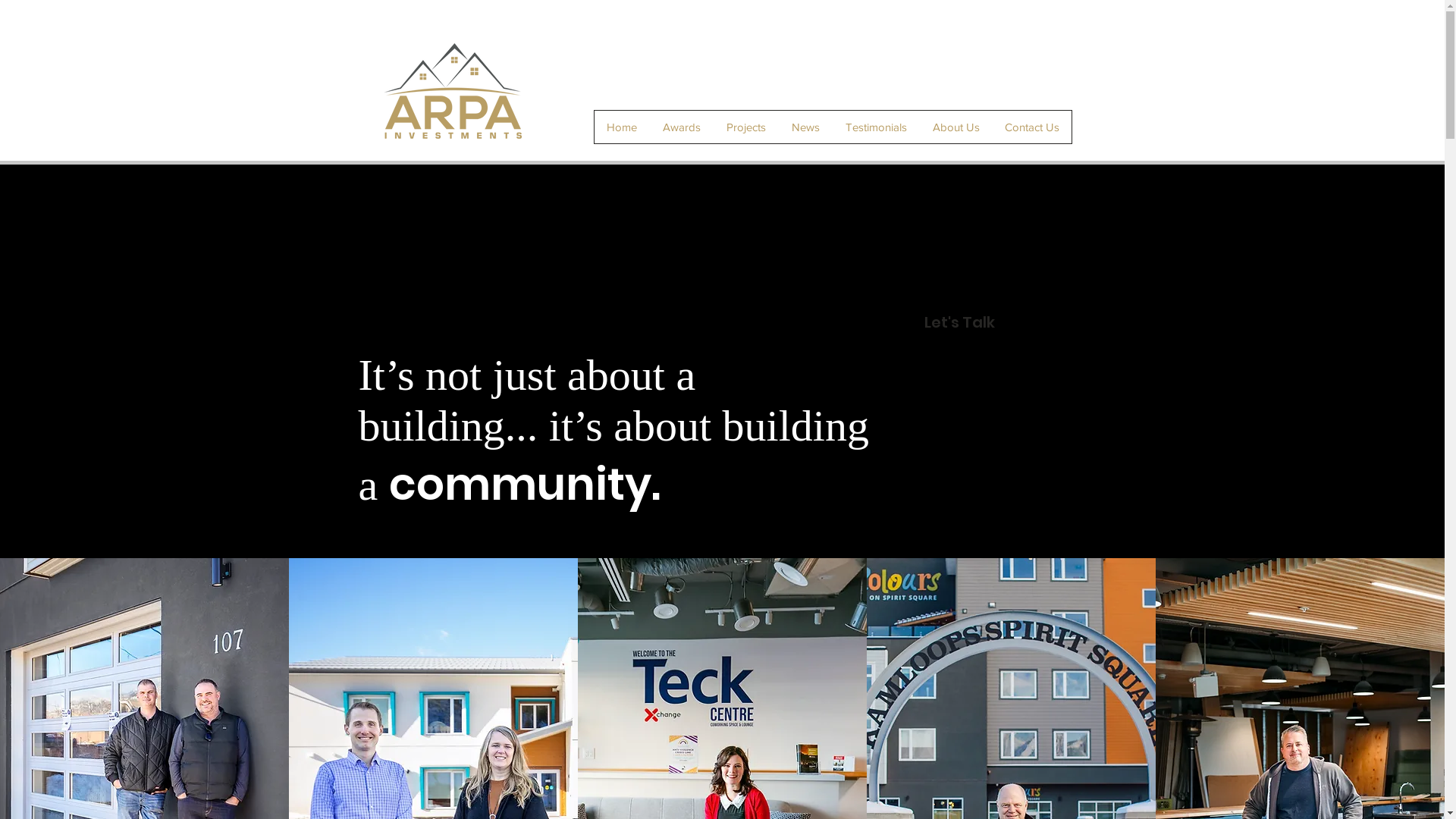  I want to click on 'Contact Us', so click(992, 126).